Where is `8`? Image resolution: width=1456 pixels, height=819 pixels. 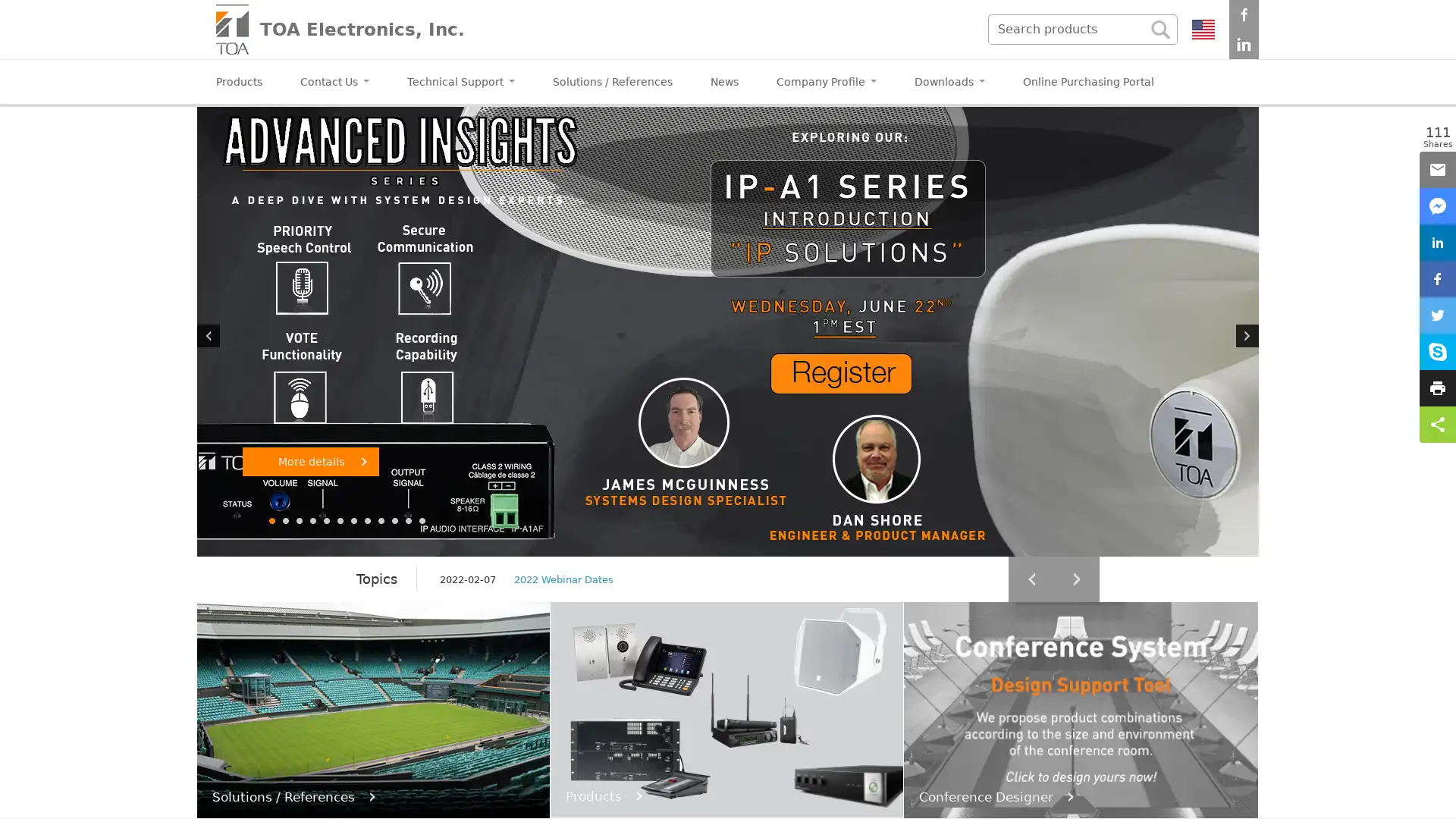 8 is located at coordinates (368, 519).